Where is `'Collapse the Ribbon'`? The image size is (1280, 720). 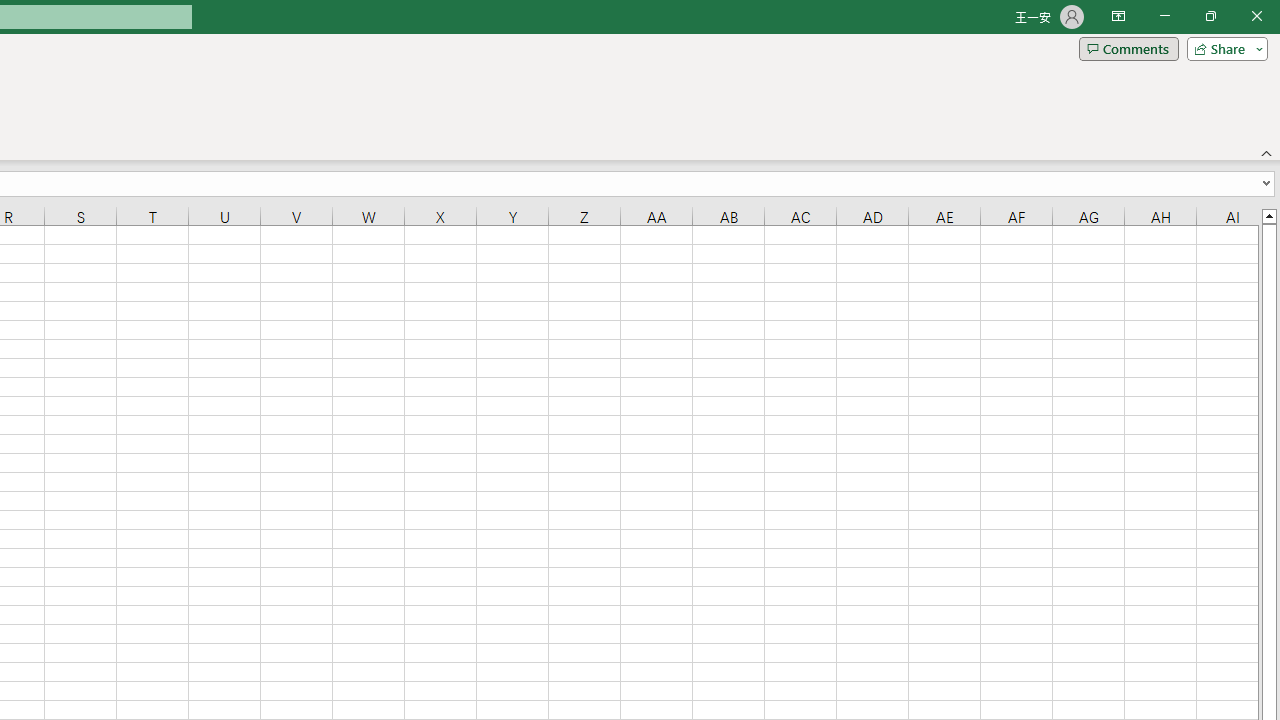 'Collapse the Ribbon' is located at coordinates (1266, 152).